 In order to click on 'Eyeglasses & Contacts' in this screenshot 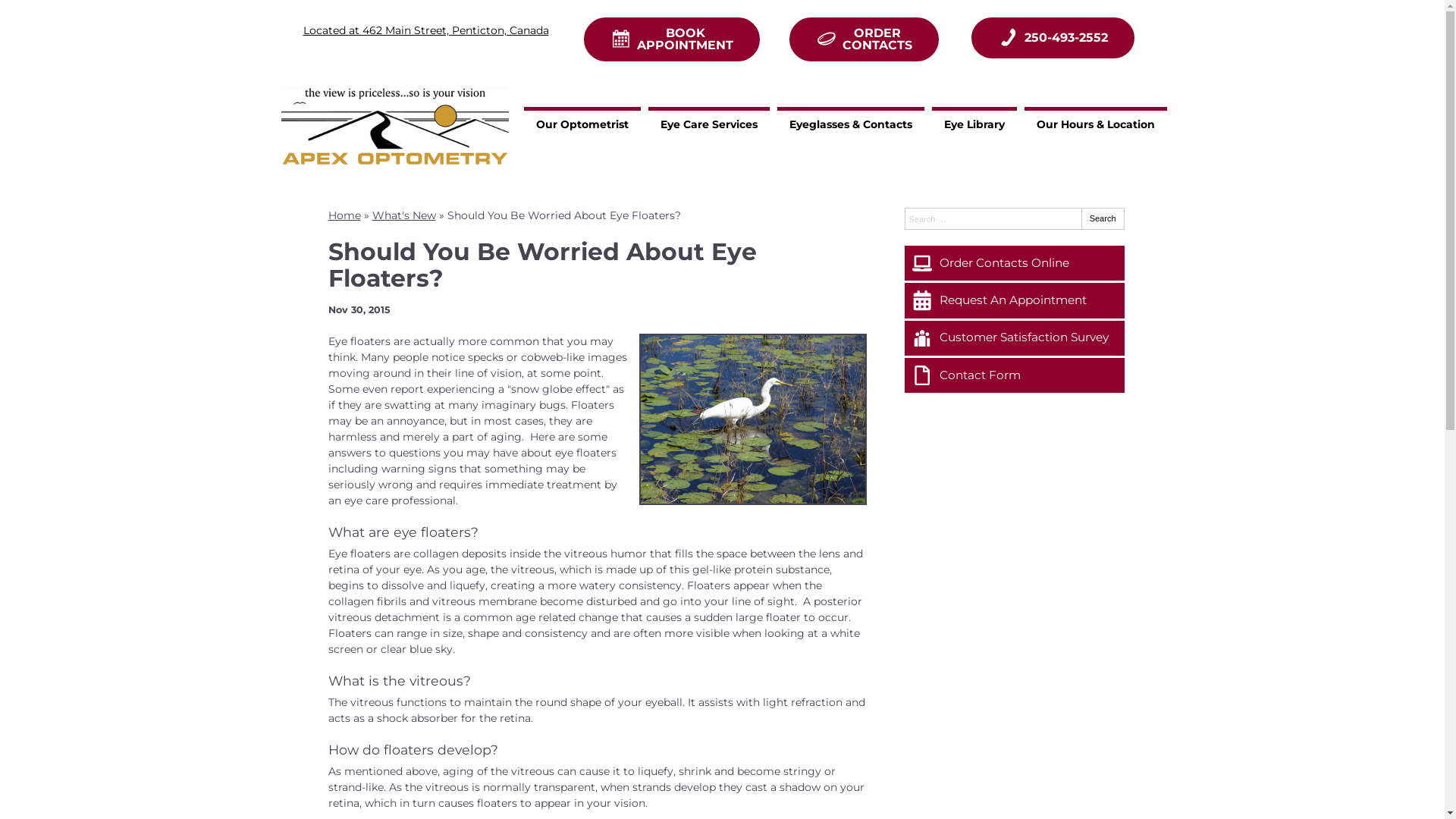, I will do `click(777, 122)`.